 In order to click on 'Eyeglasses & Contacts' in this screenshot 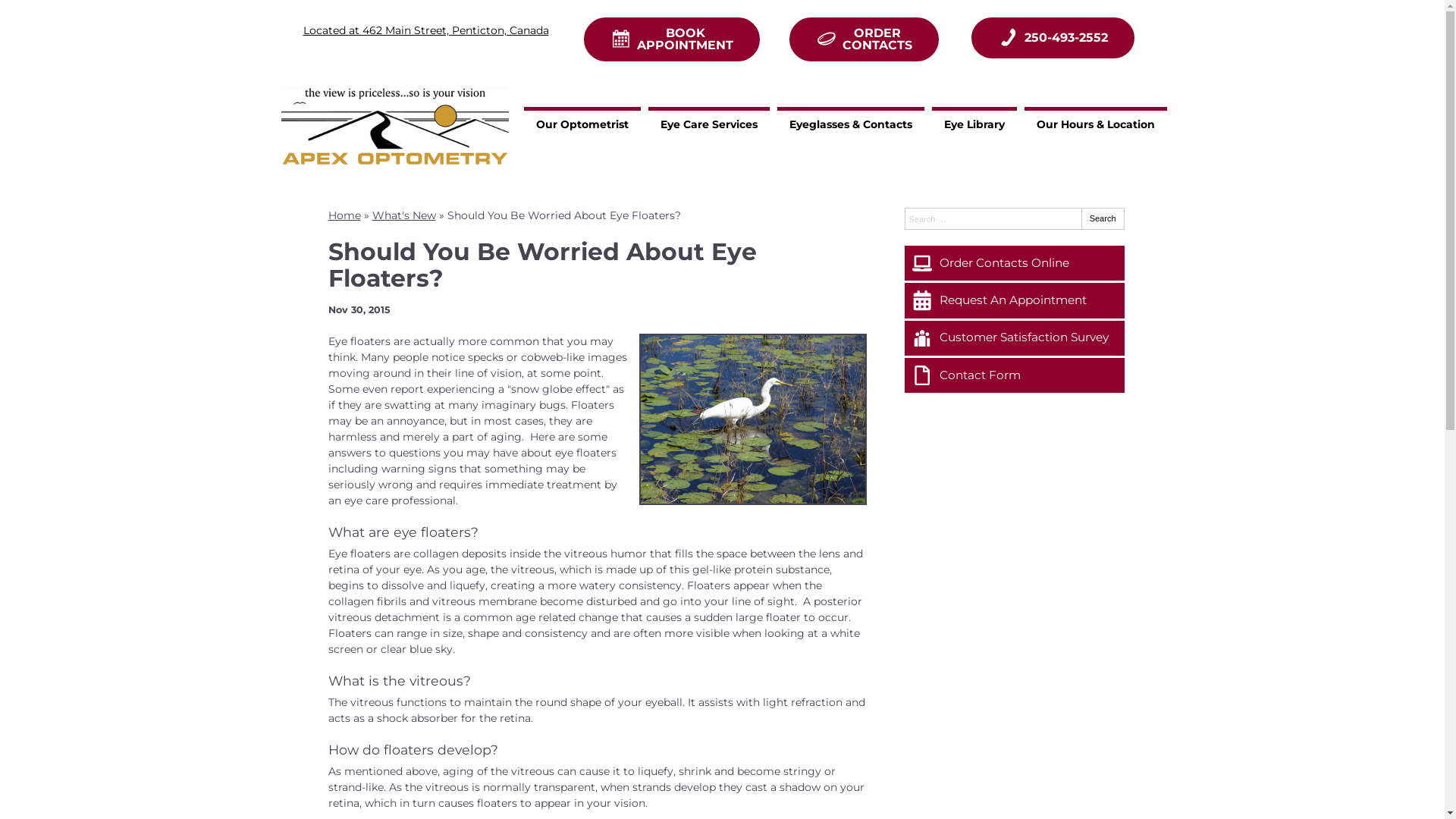, I will do `click(777, 122)`.